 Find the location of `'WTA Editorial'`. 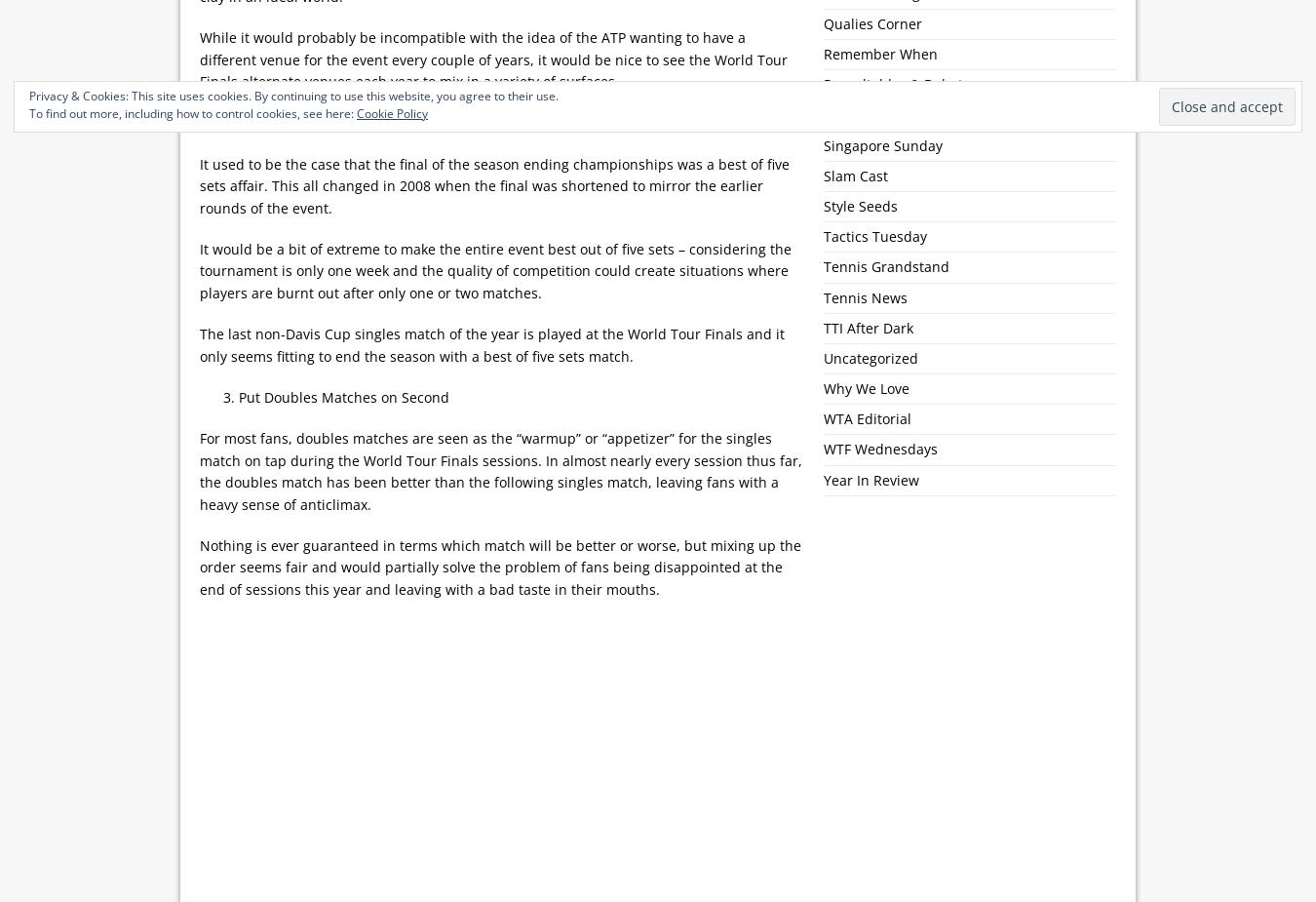

'WTA Editorial' is located at coordinates (823, 417).